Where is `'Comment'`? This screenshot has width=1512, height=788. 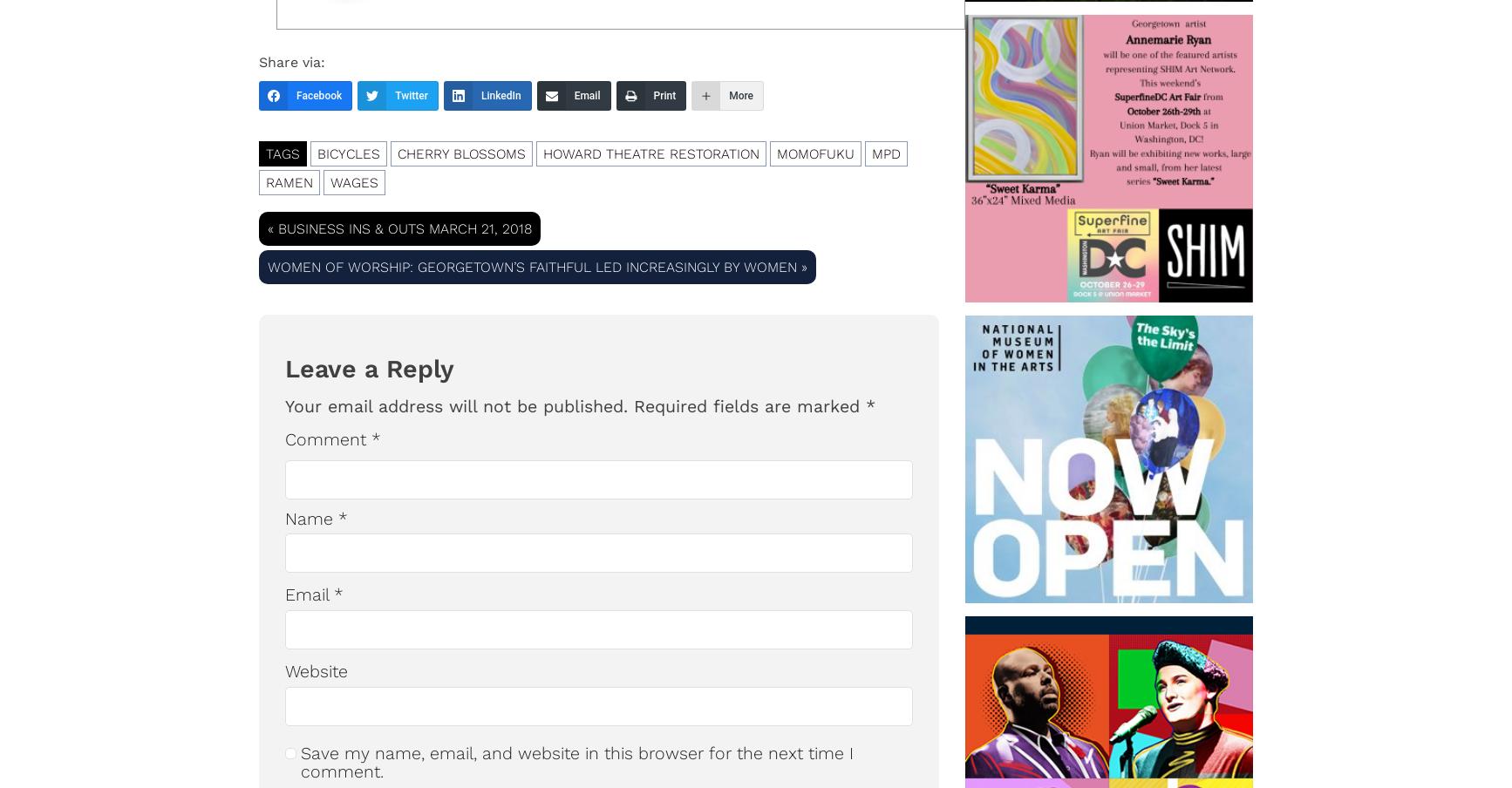
'Comment' is located at coordinates (285, 438).